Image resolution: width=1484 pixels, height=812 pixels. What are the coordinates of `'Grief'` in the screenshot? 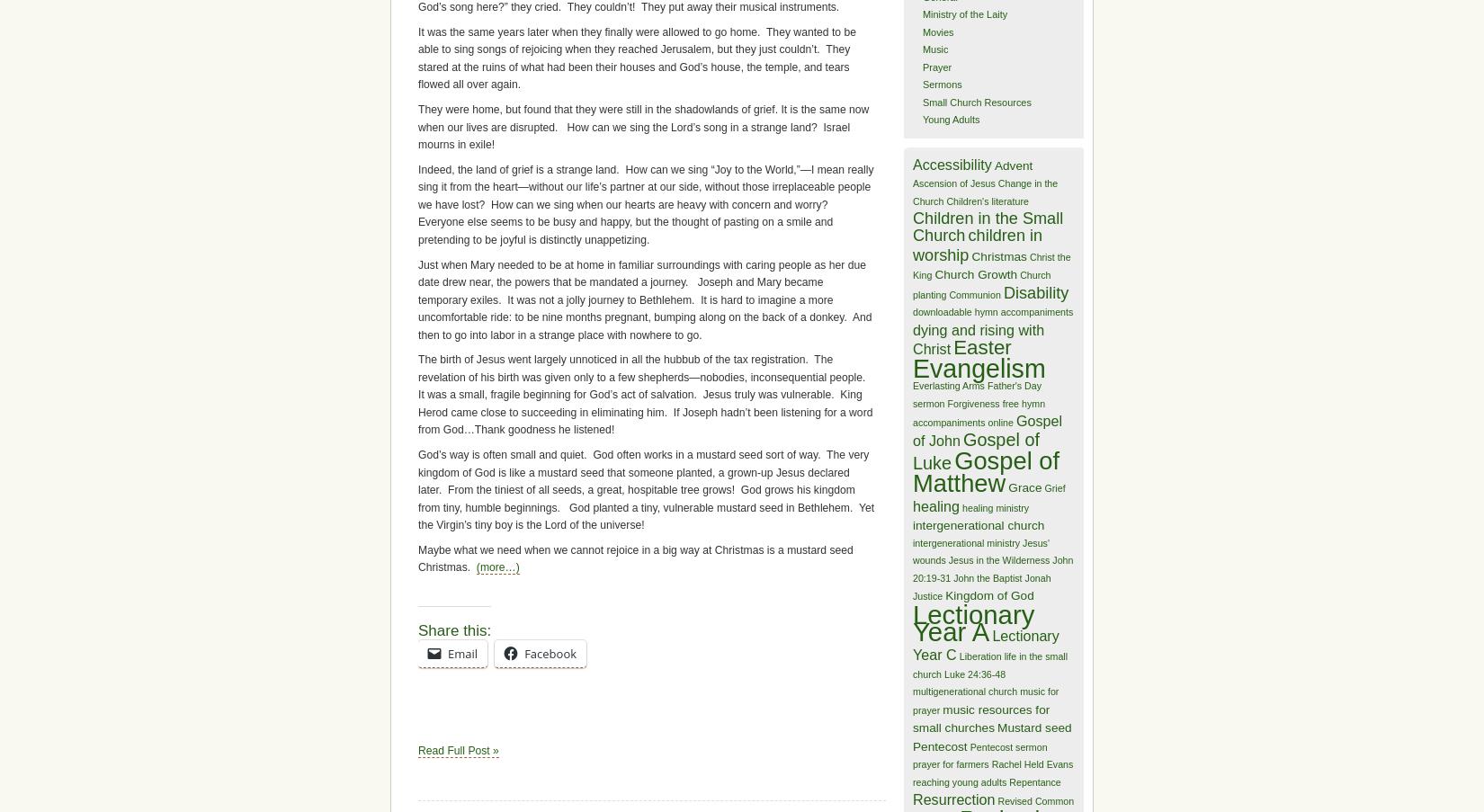 It's located at (1054, 486).